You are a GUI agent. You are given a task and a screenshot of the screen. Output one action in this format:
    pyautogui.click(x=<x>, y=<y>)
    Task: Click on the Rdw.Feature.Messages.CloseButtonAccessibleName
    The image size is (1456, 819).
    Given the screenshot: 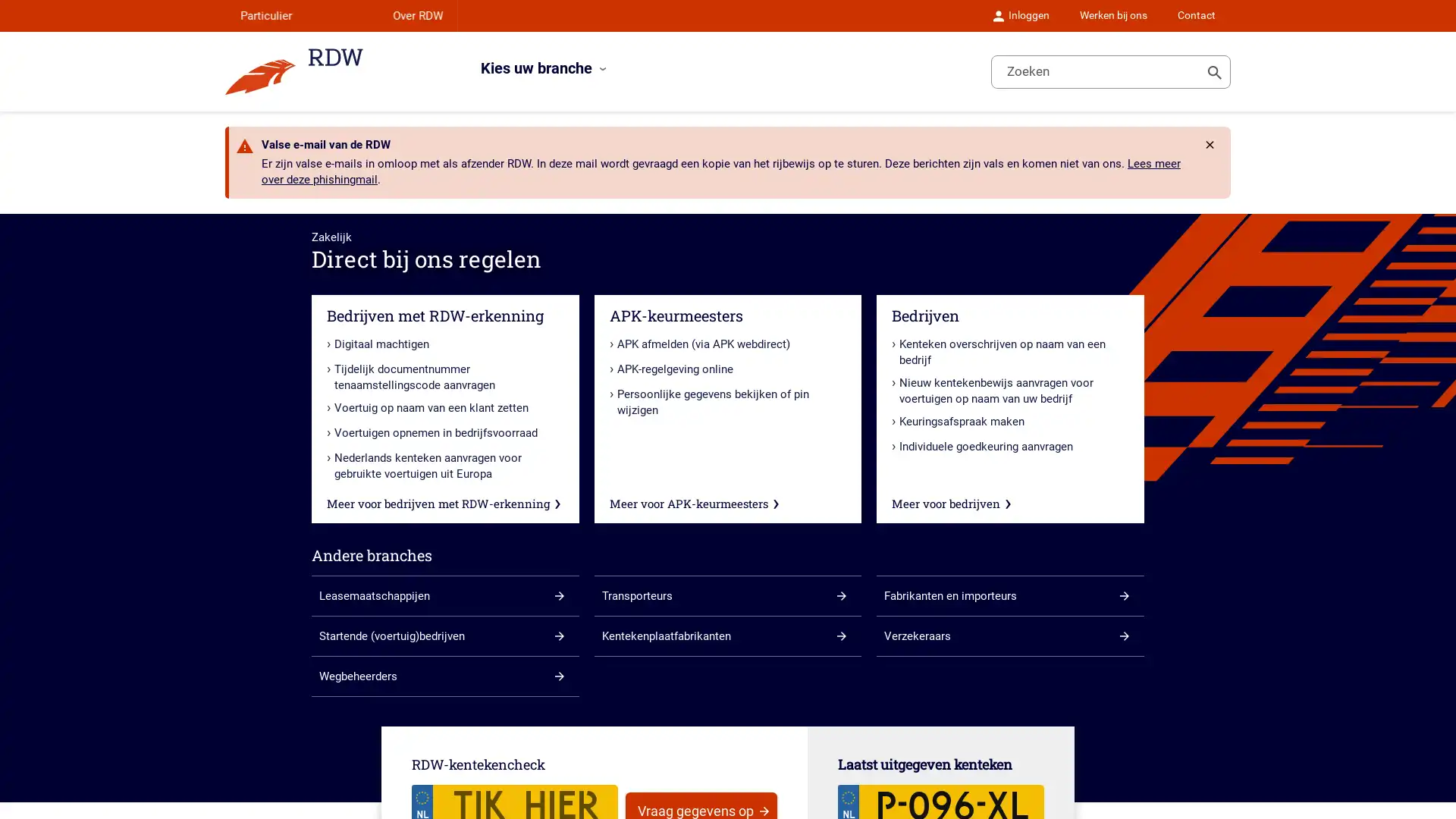 What is the action you would take?
    pyautogui.click(x=1209, y=145)
    